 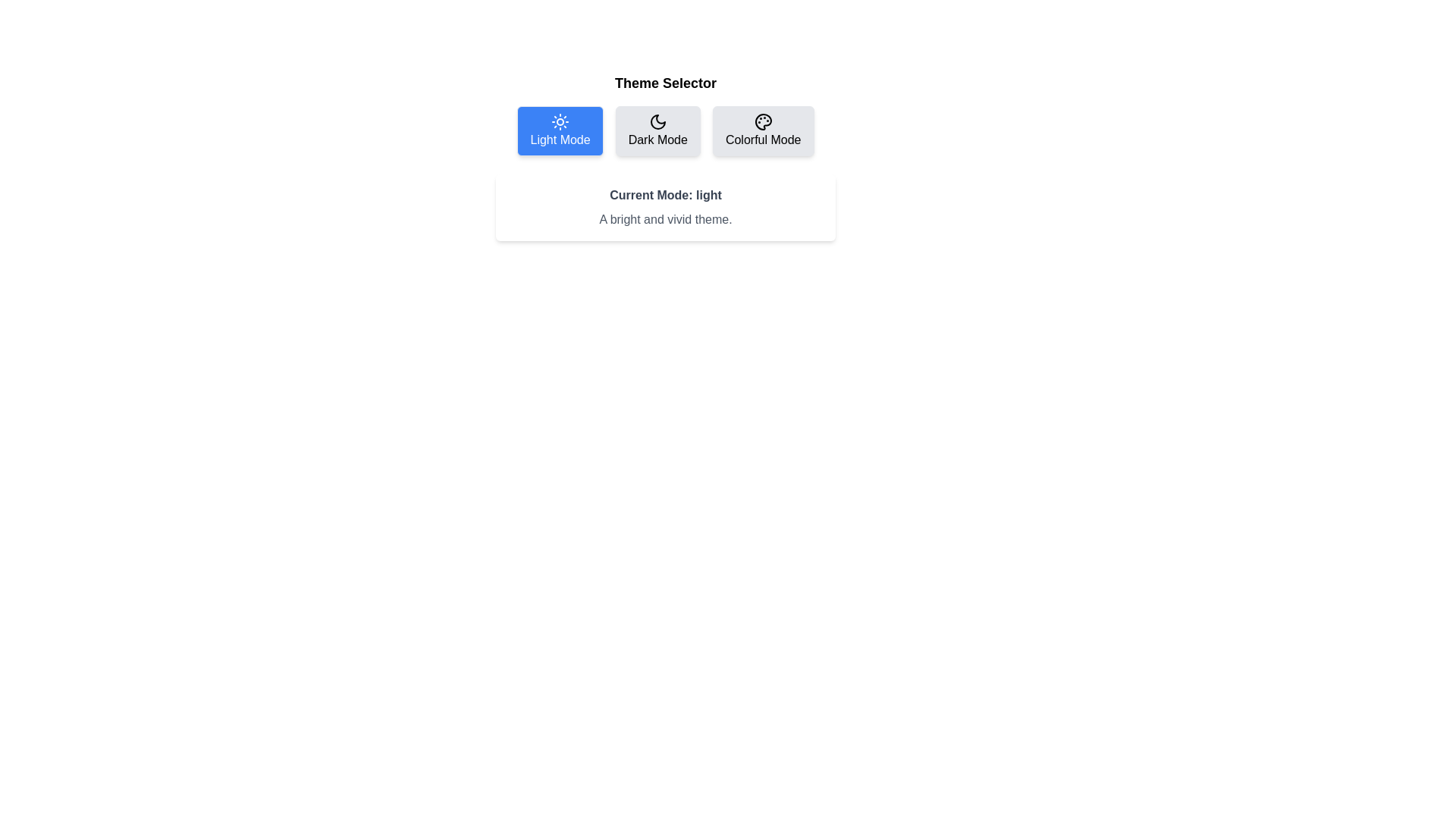 I want to click on the 'Dark Mode' text label, which is part of a selectable button for changing themes within the application interface, so click(x=657, y=140).